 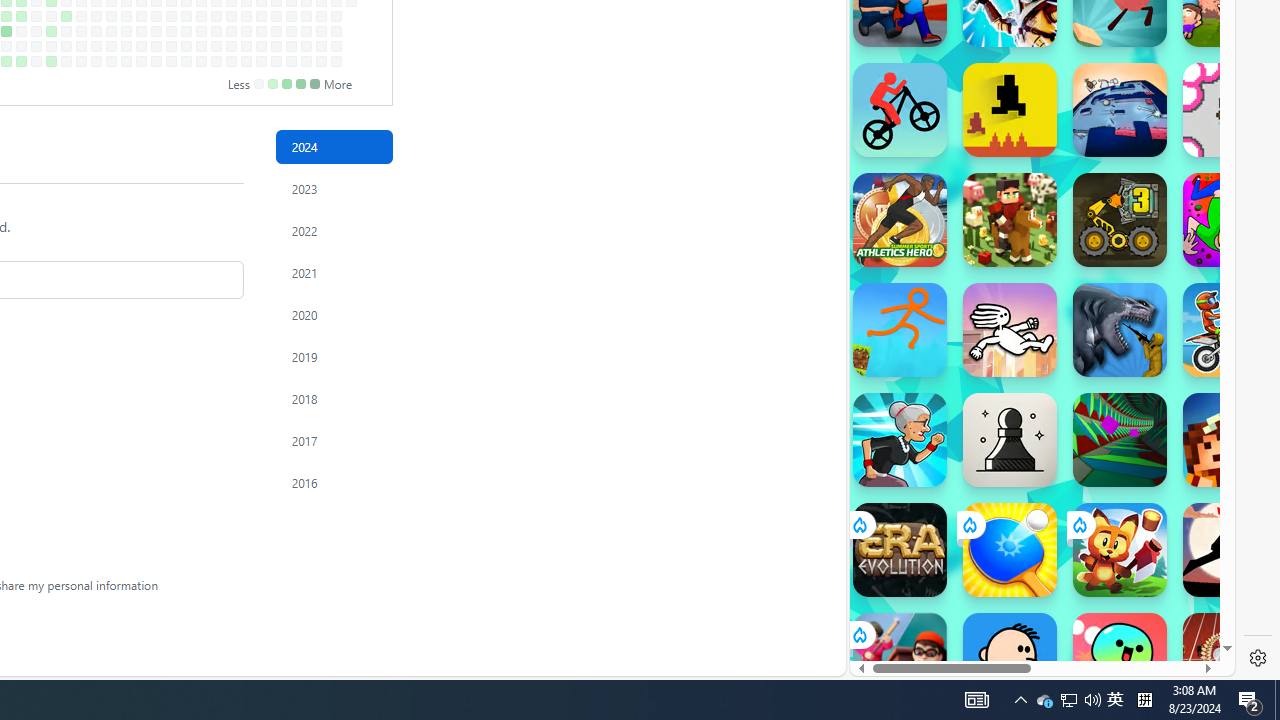 I want to click on 'No contributions on December 6th.', so click(x=290, y=45).